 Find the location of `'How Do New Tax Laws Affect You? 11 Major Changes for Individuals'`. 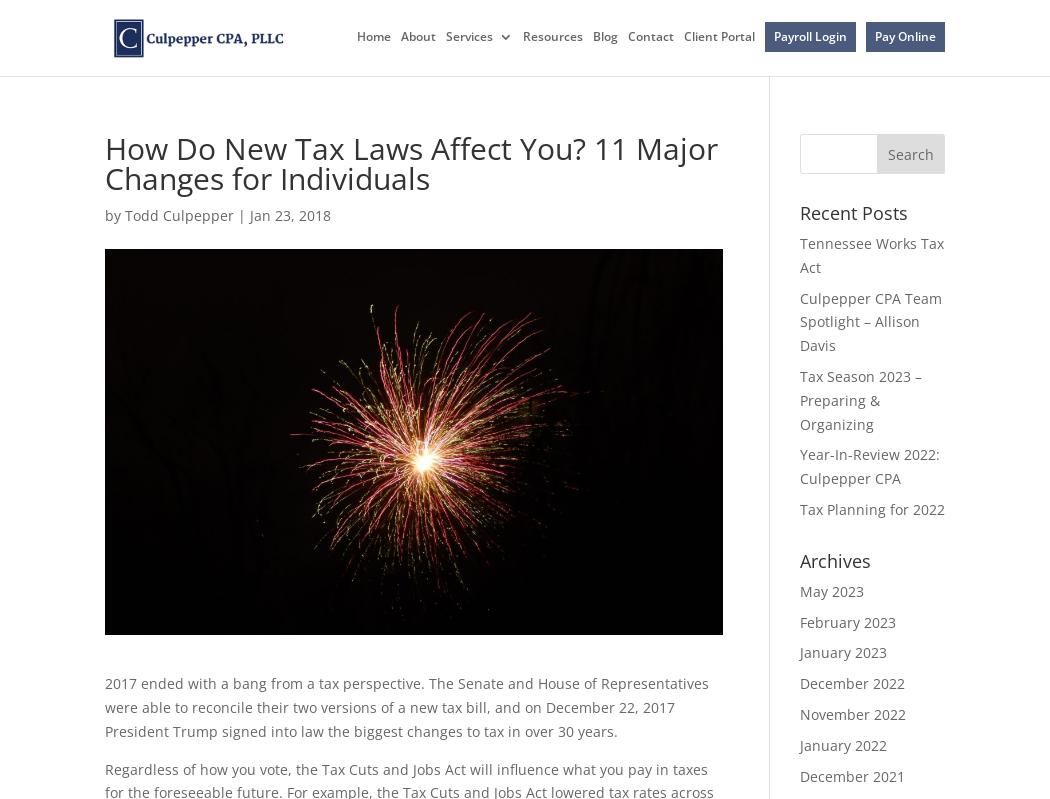

'How Do New Tax Laws Affect You? 11 Major Changes for Individuals' is located at coordinates (411, 162).